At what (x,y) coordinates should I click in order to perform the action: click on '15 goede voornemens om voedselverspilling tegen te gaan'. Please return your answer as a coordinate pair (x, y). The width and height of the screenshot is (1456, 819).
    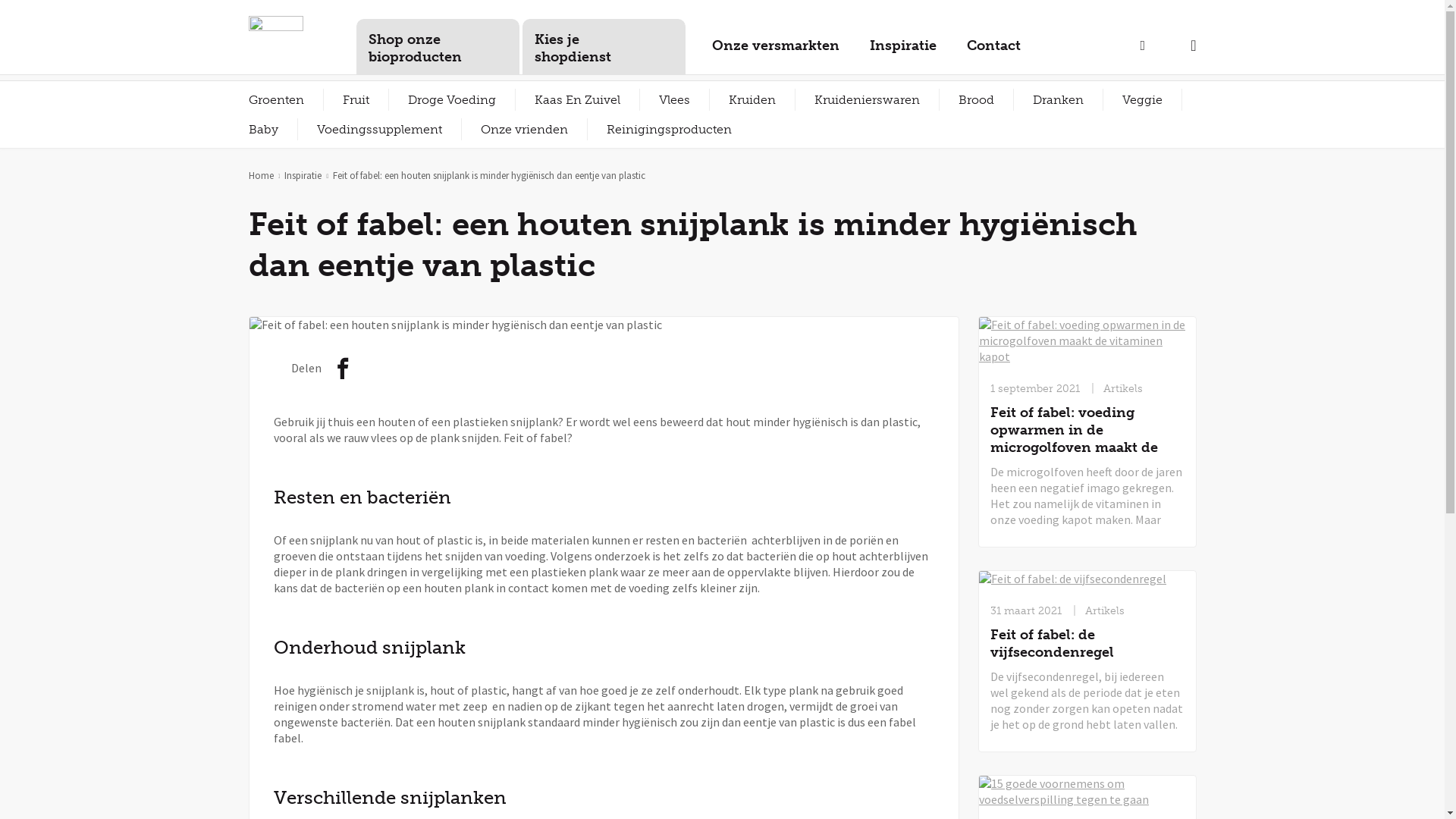
    Looking at the image, I should click on (1087, 791).